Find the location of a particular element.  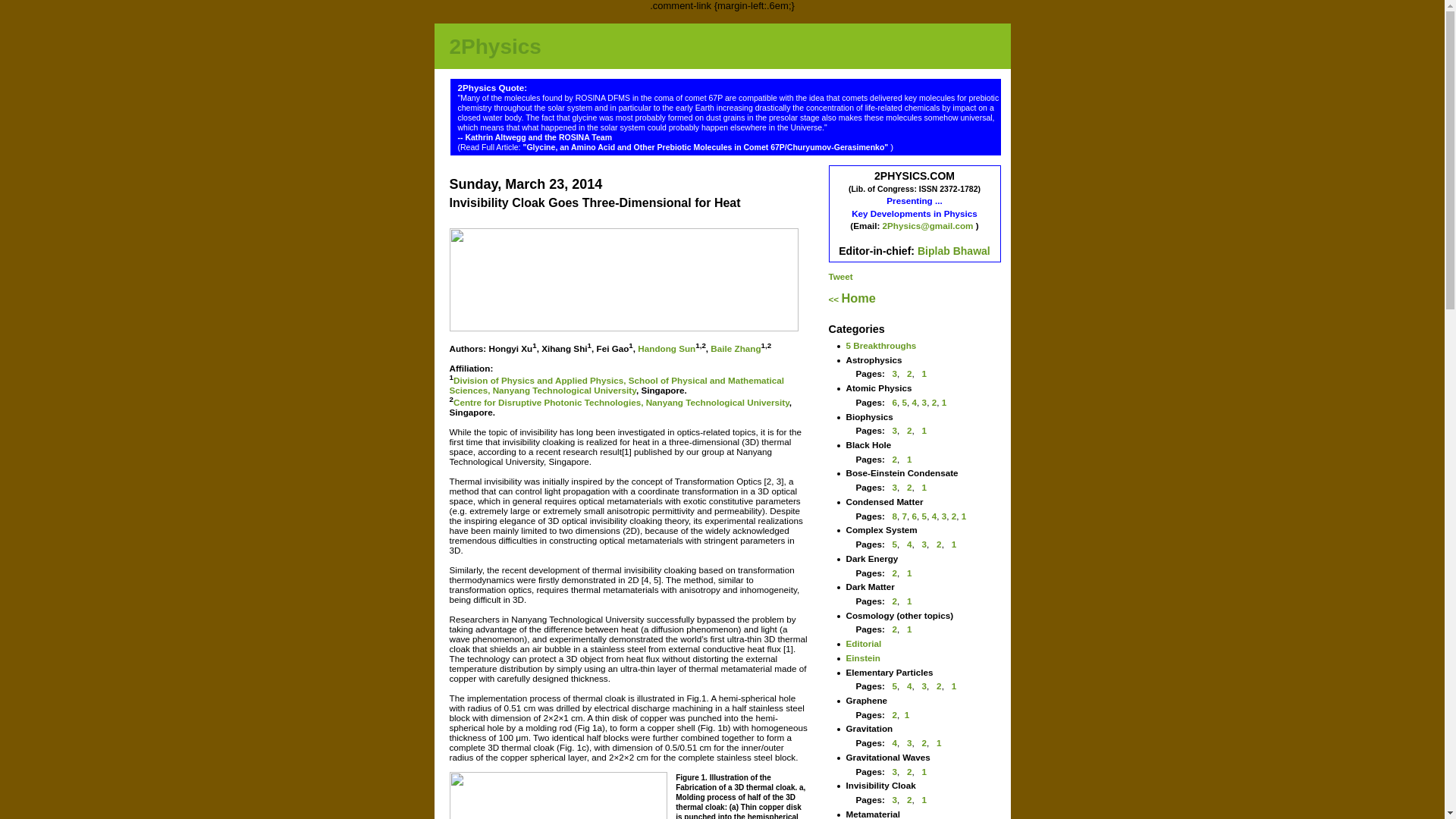

'6' is located at coordinates (895, 401).